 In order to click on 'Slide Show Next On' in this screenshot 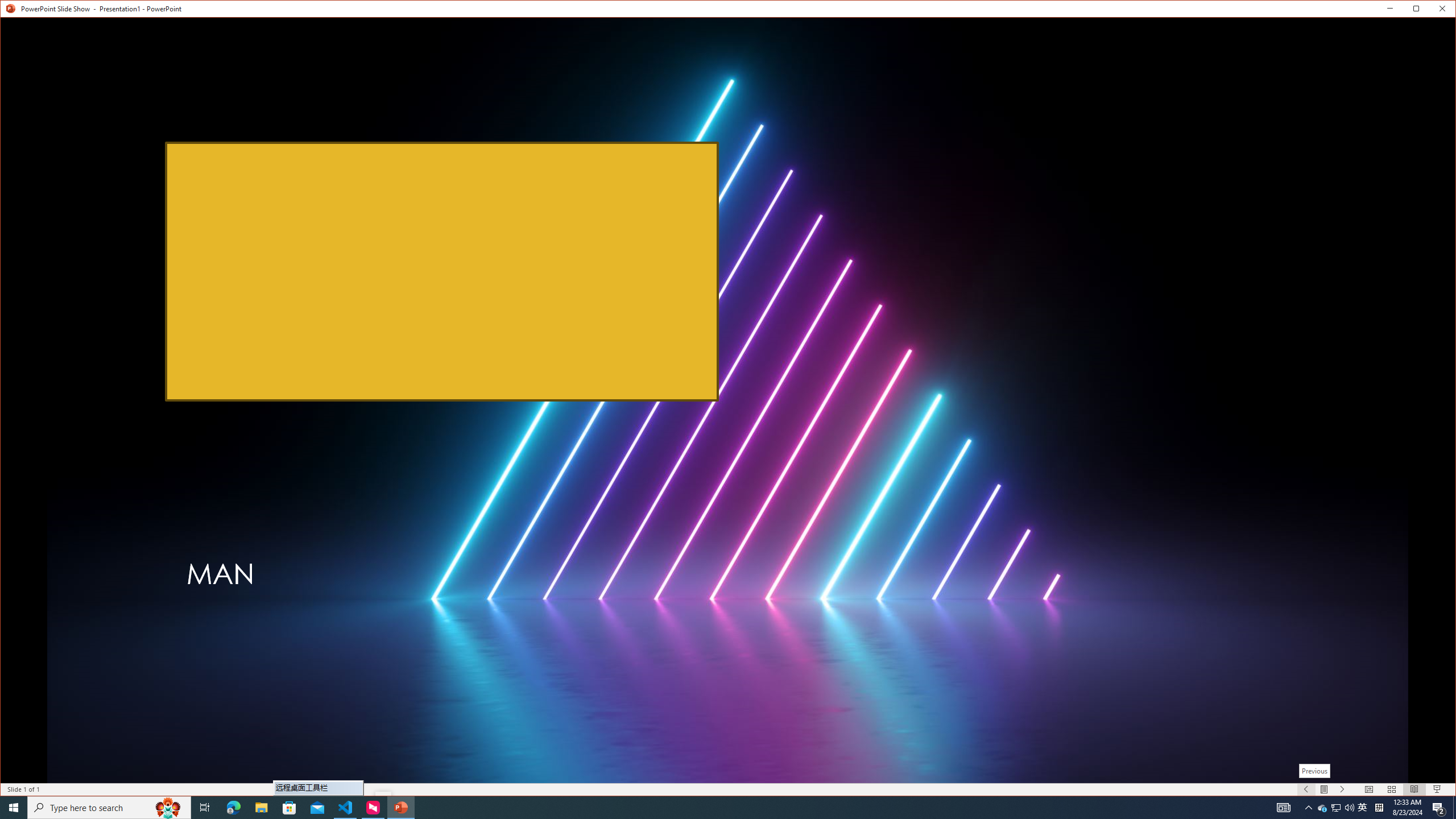, I will do `click(1342, 789)`.